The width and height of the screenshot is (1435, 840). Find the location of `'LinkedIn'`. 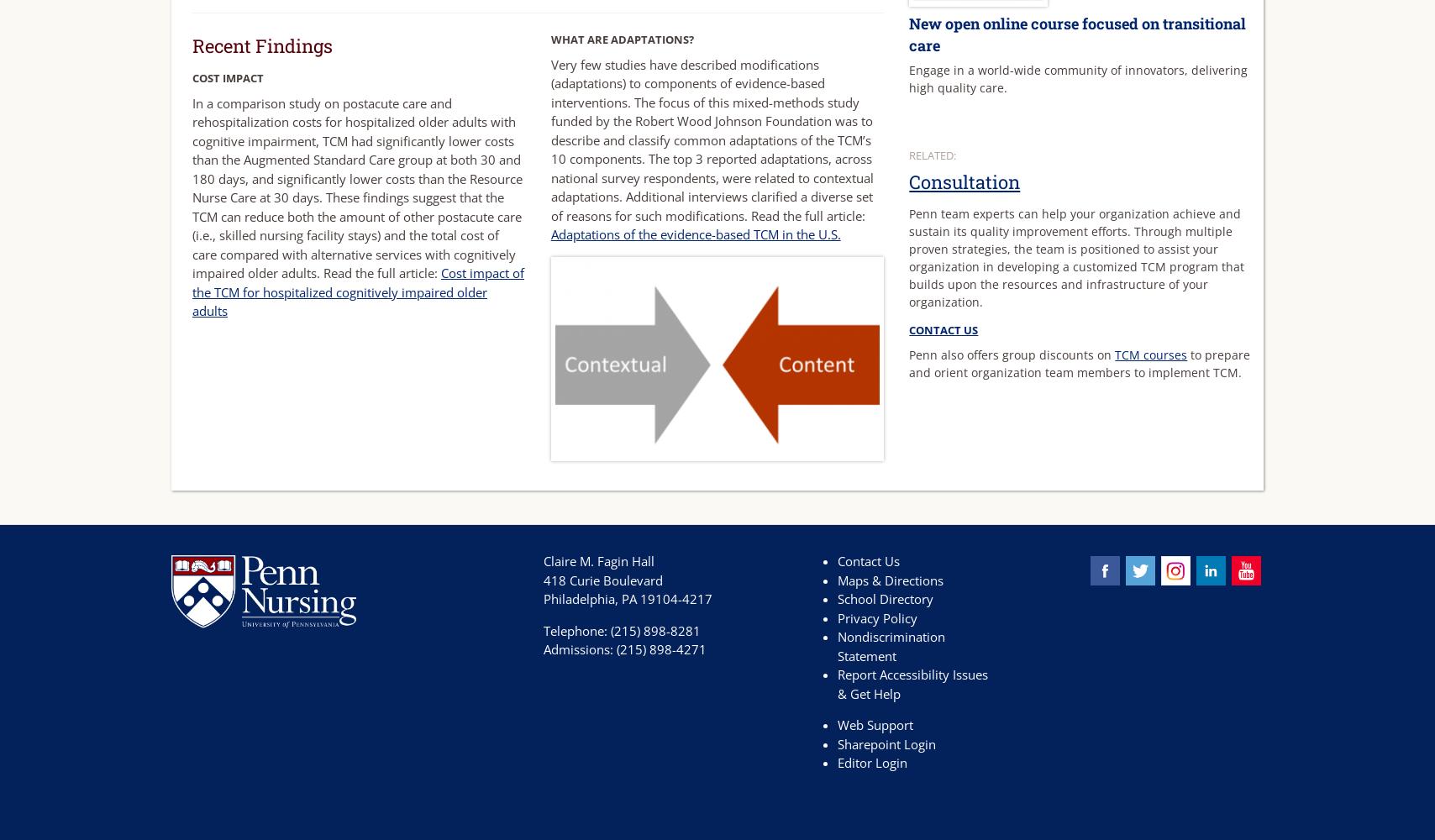

'LinkedIn' is located at coordinates (1249, 565).